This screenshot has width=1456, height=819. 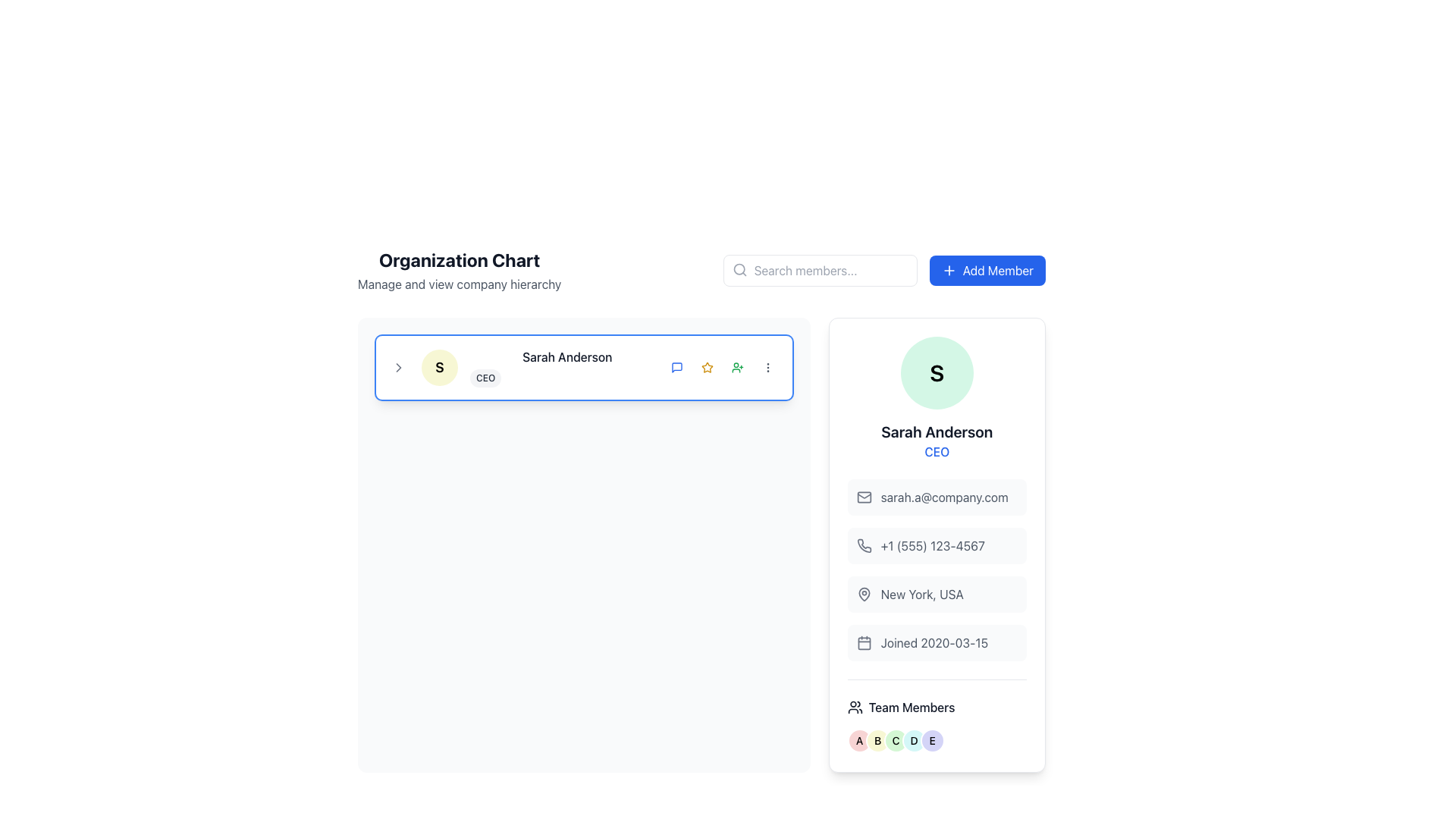 What do you see at coordinates (676, 368) in the screenshot?
I see `the first icon button with a speech bubble icon, located to the left of the yellow star-shaped button` at bounding box center [676, 368].